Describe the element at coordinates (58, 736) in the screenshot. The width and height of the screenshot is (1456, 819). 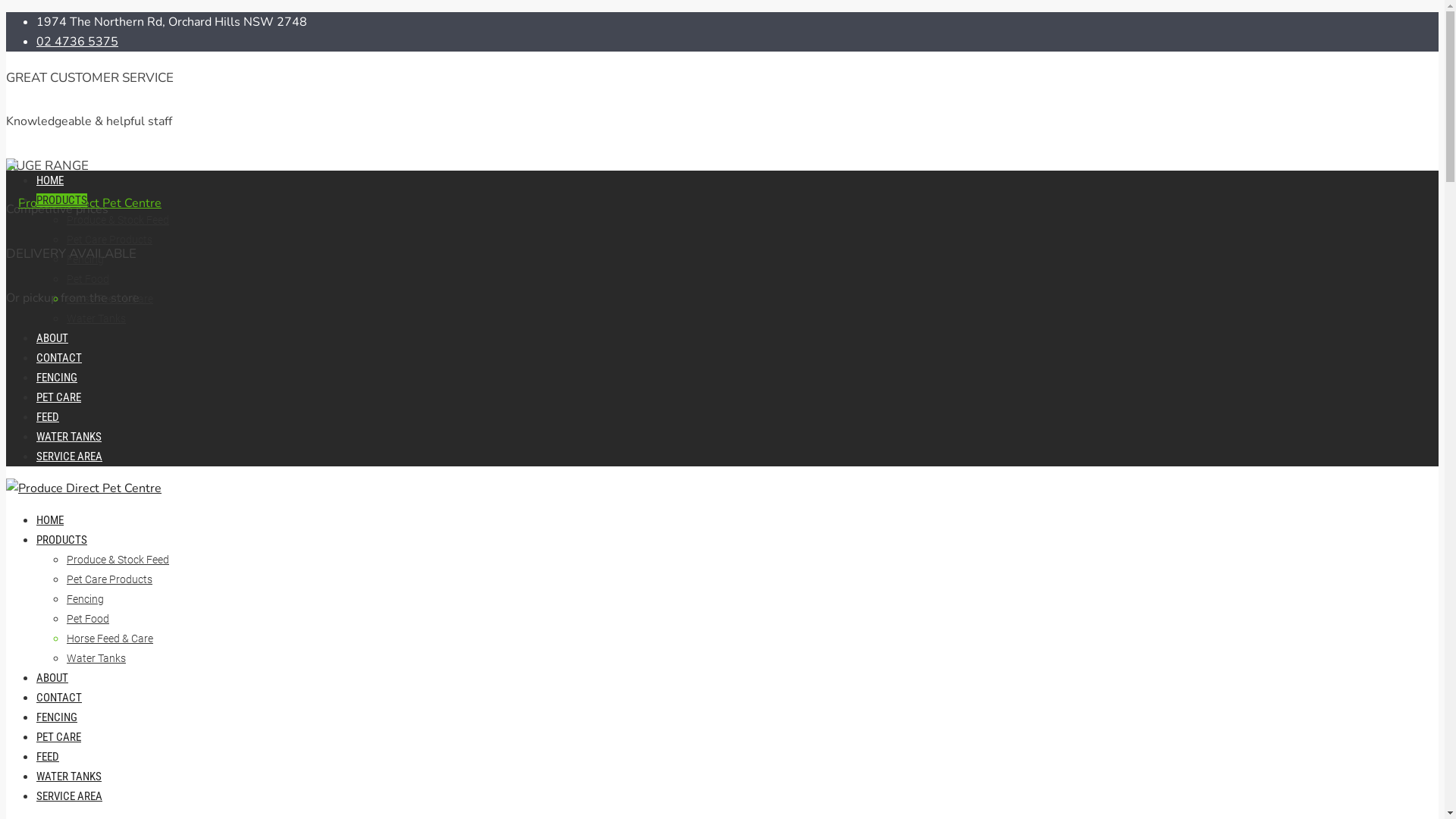
I see `'PET CARE'` at that location.